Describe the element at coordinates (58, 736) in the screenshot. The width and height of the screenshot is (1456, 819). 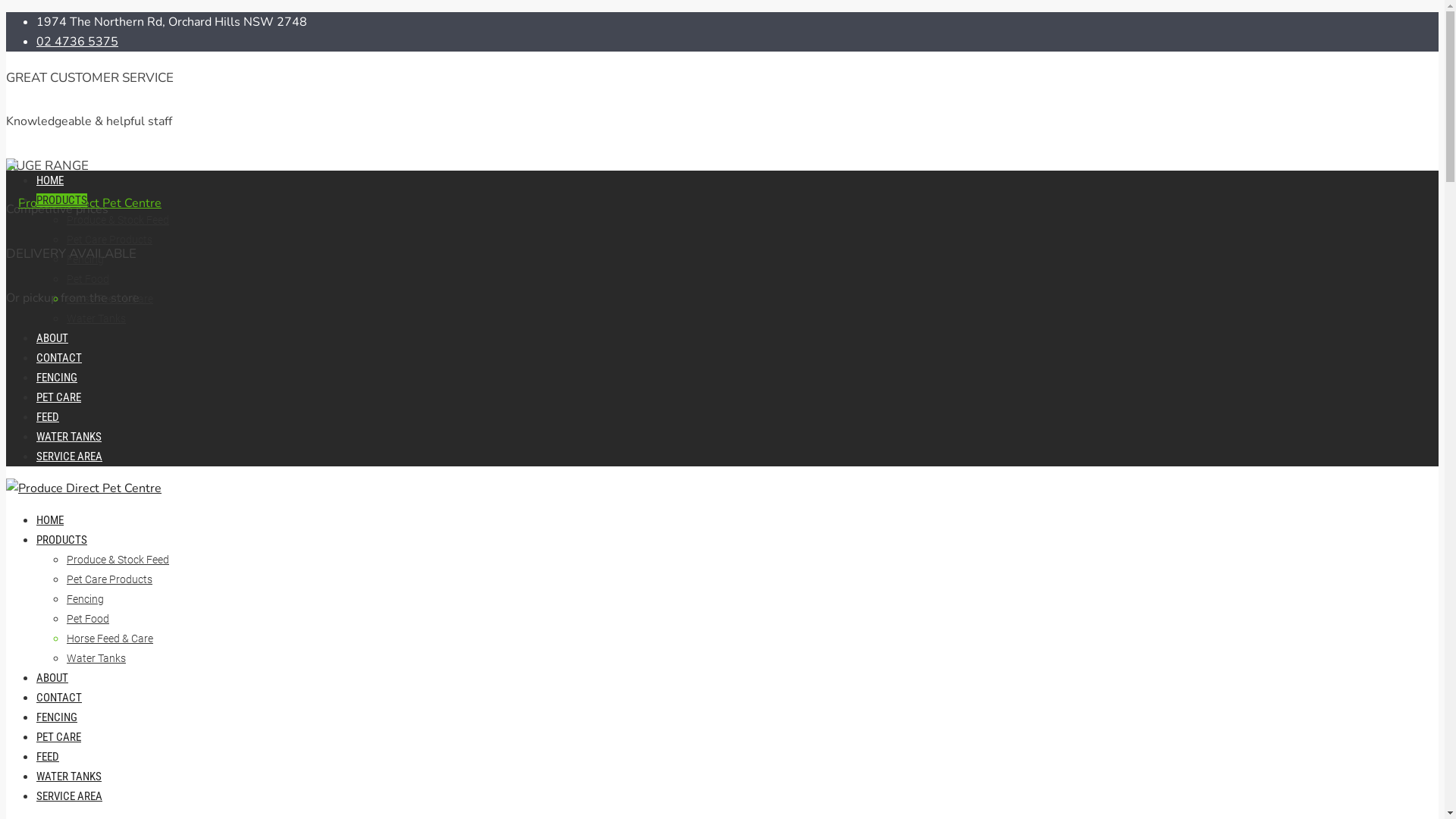
I see `'PET CARE'` at that location.